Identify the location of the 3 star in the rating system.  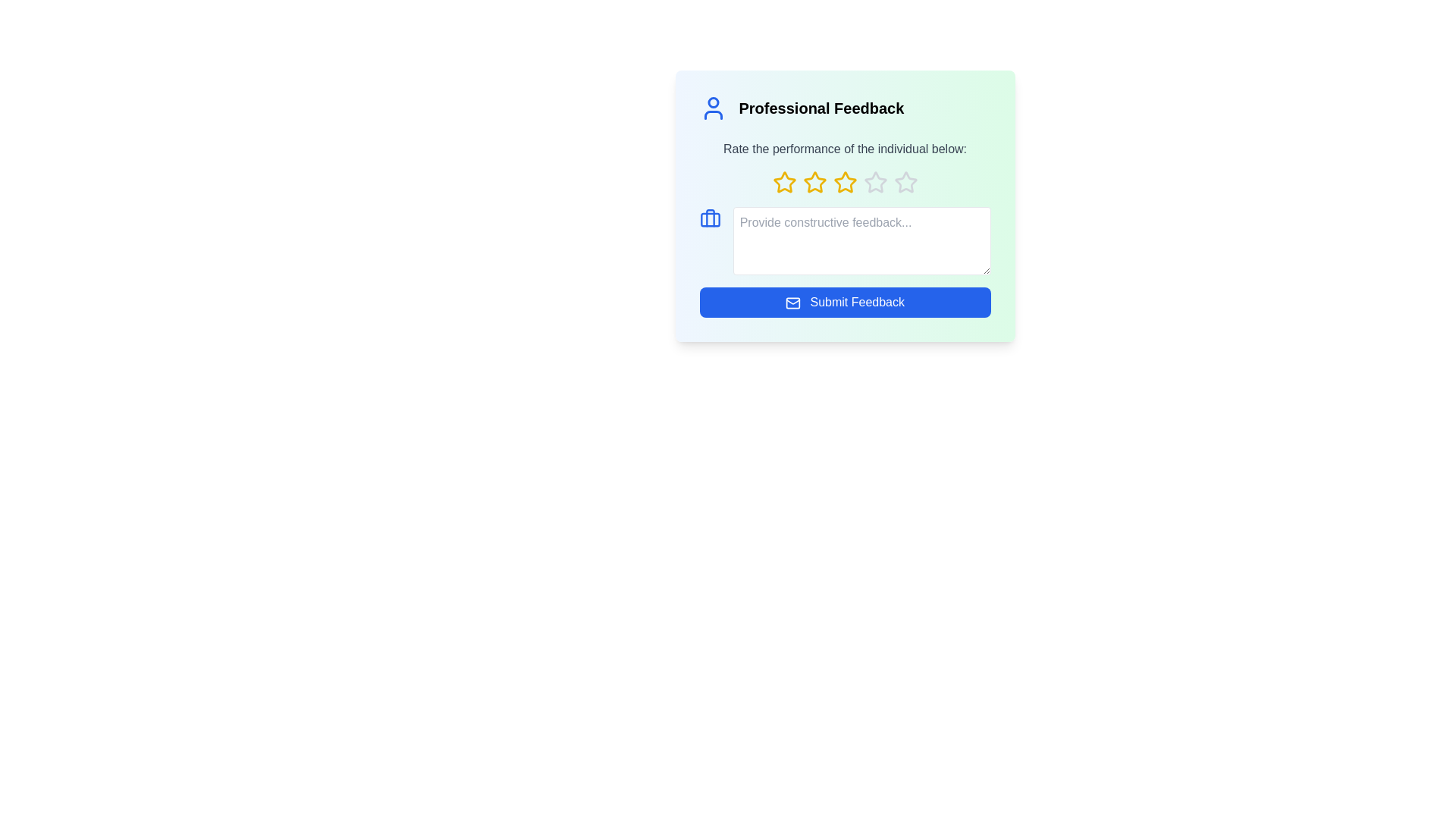
(844, 181).